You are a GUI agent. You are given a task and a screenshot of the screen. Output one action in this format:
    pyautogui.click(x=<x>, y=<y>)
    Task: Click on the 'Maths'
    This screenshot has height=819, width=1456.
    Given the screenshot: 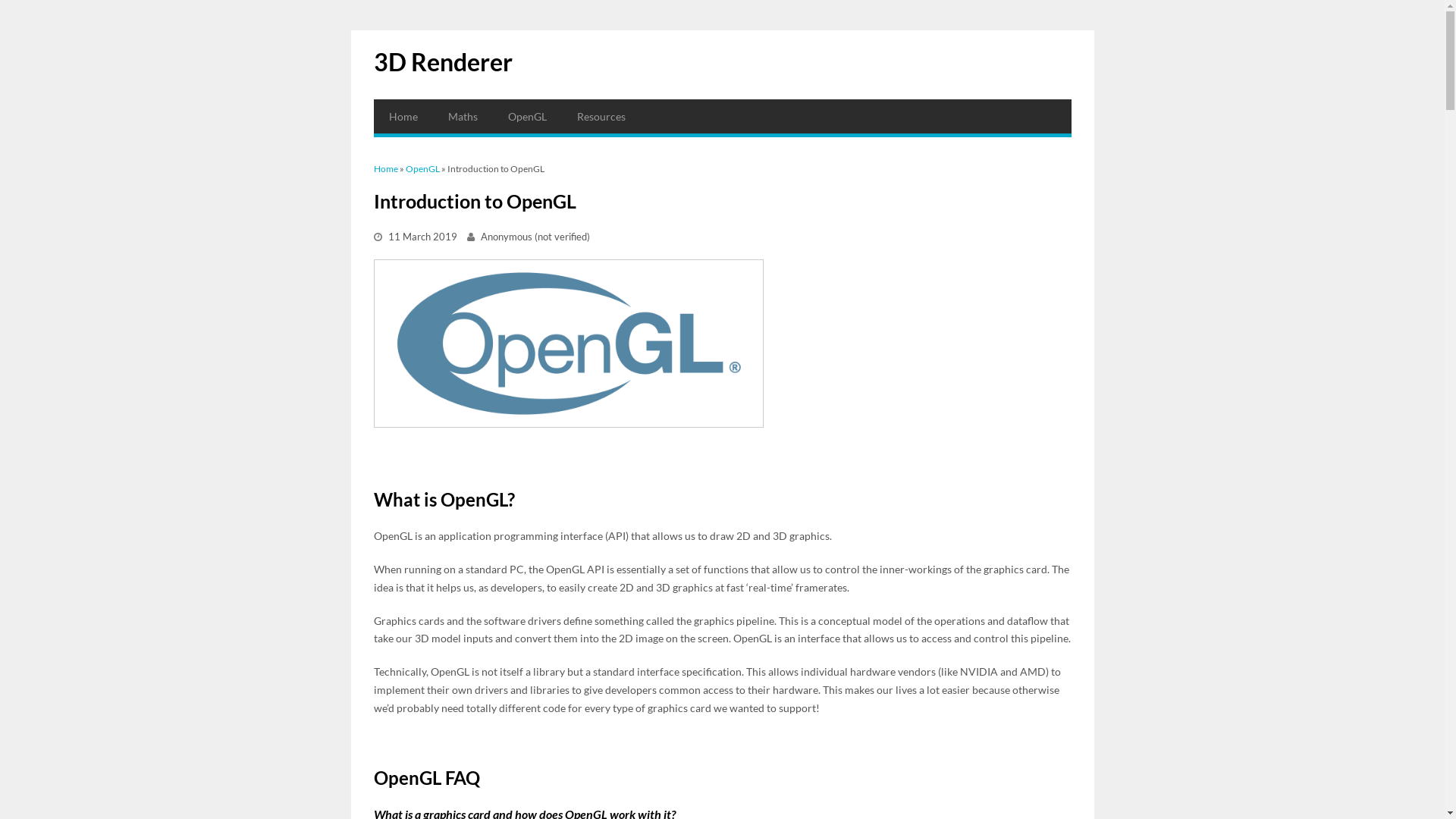 What is the action you would take?
    pyautogui.click(x=431, y=115)
    